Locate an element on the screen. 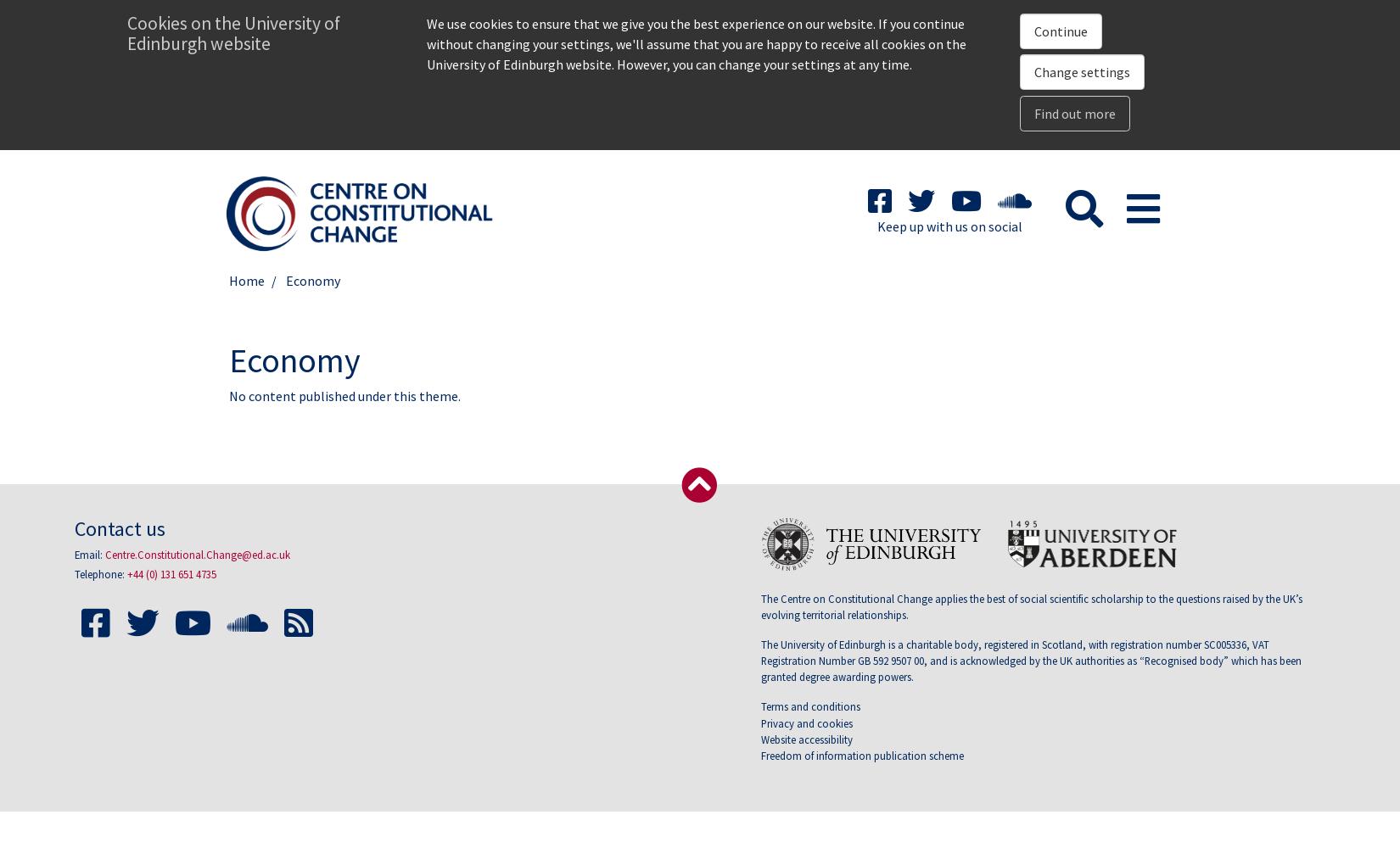 This screenshot has width=1400, height=848. 'Continue' is located at coordinates (1059, 31).